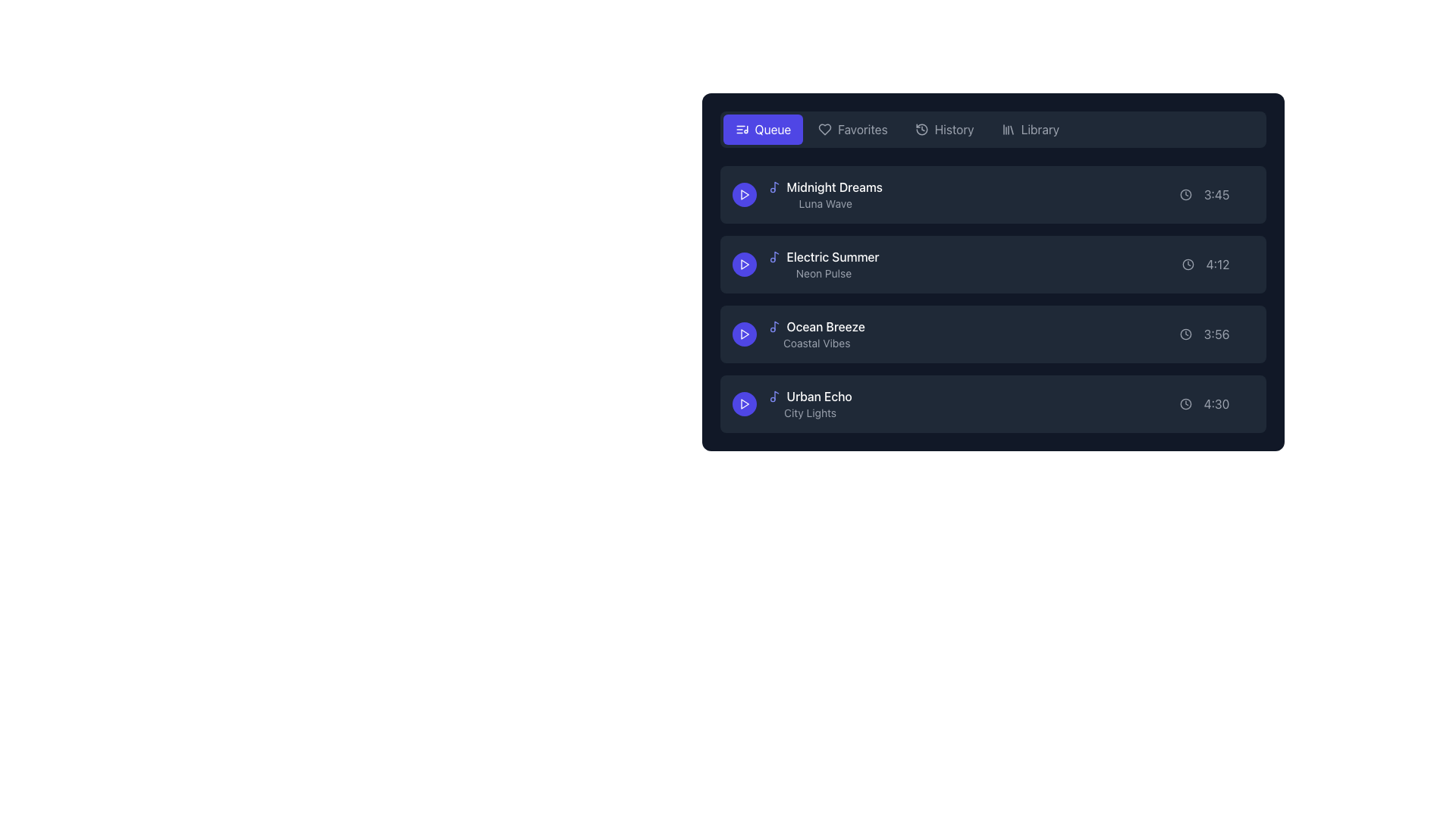  What do you see at coordinates (825, 326) in the screenshot?
I see `the text label displaying 'Ocean Breeze', which is styled with a medium-weight font and aligned horizontally next to a musical note icon in the third entry of a vertical list` at bounding box center [825, 326].